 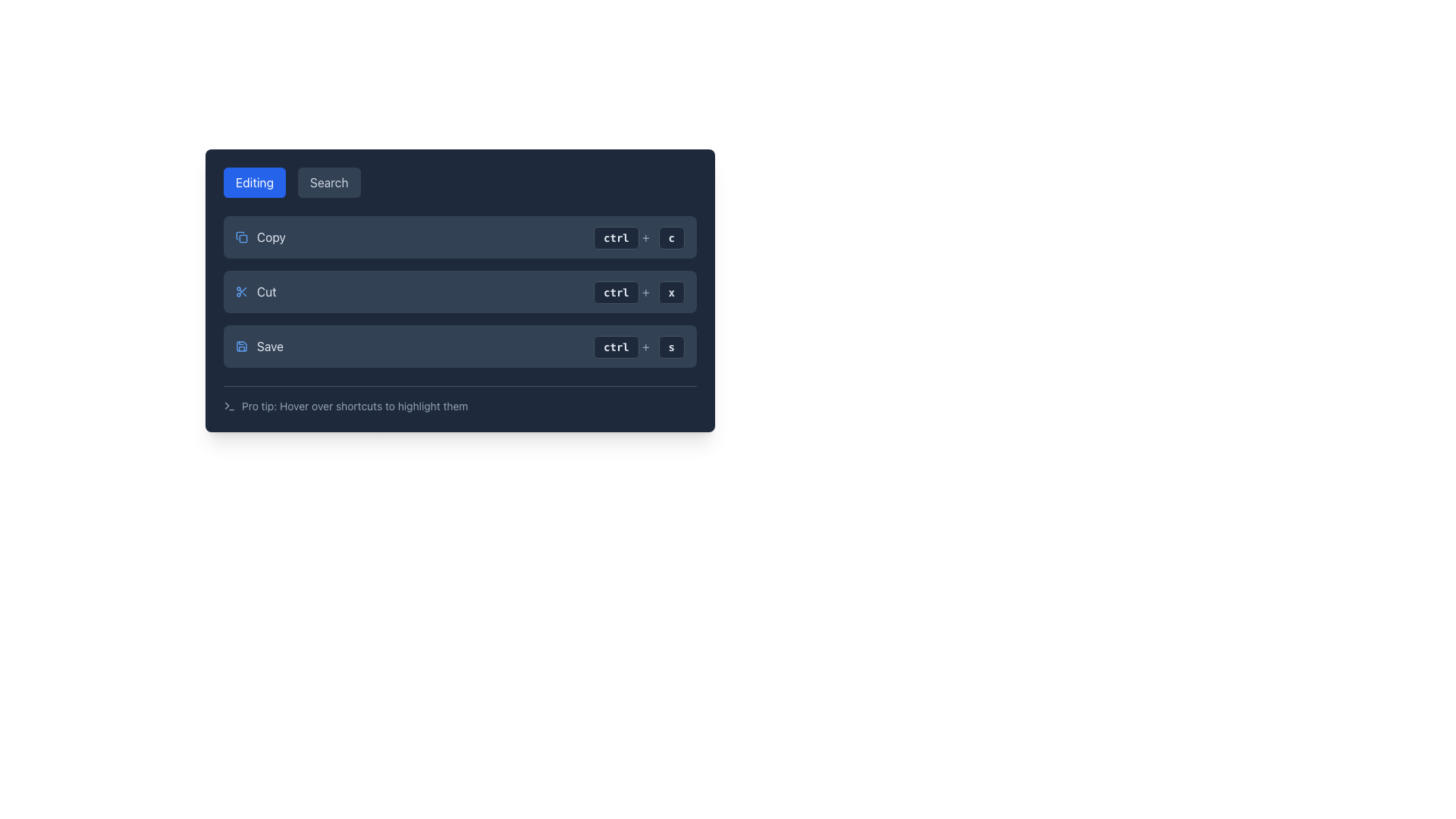 I want to click on the 'x' button in the shortcut list for the 'Cut' action, located in the second row adjacent to the '+' sign and following the 'ctrl' button, so click(x=670, y=292).